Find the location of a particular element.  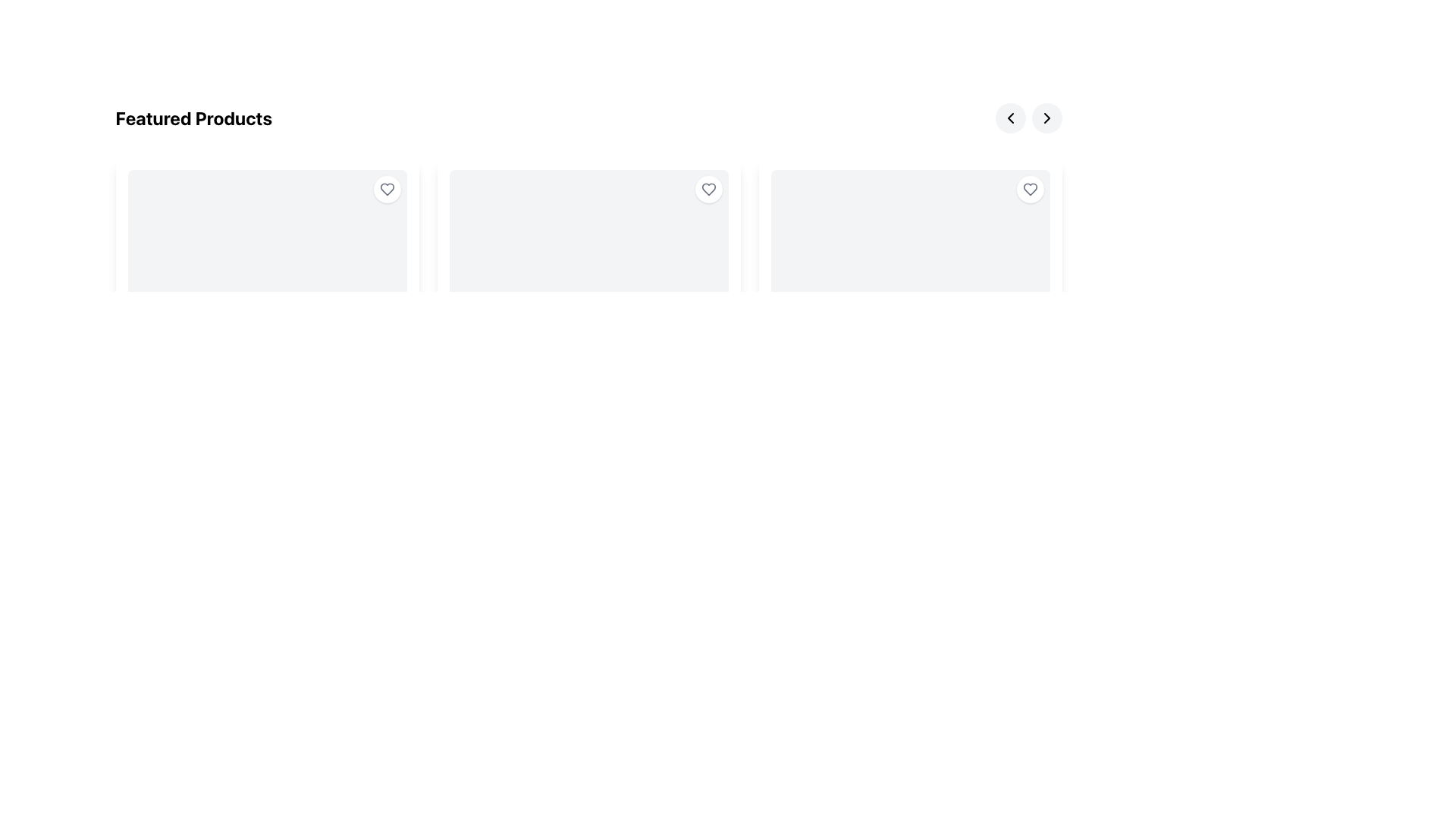

the navigation button located at the top-right area of the interface is located at coordinates (1046, 117).